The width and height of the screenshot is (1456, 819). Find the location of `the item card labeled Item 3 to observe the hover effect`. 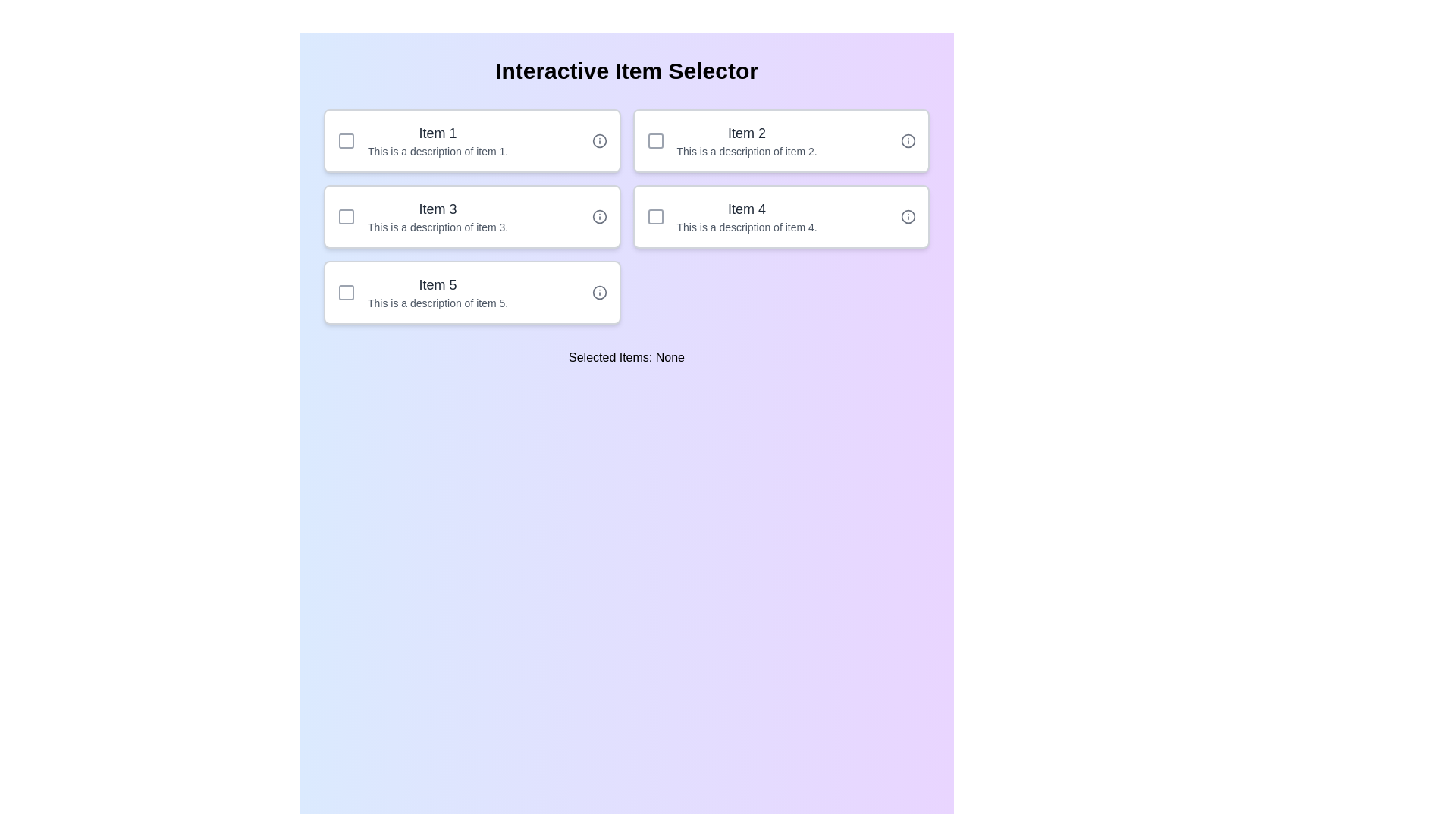

the item card labeled Item 3 to observe the hover effect is located at coordinates (471, 216).